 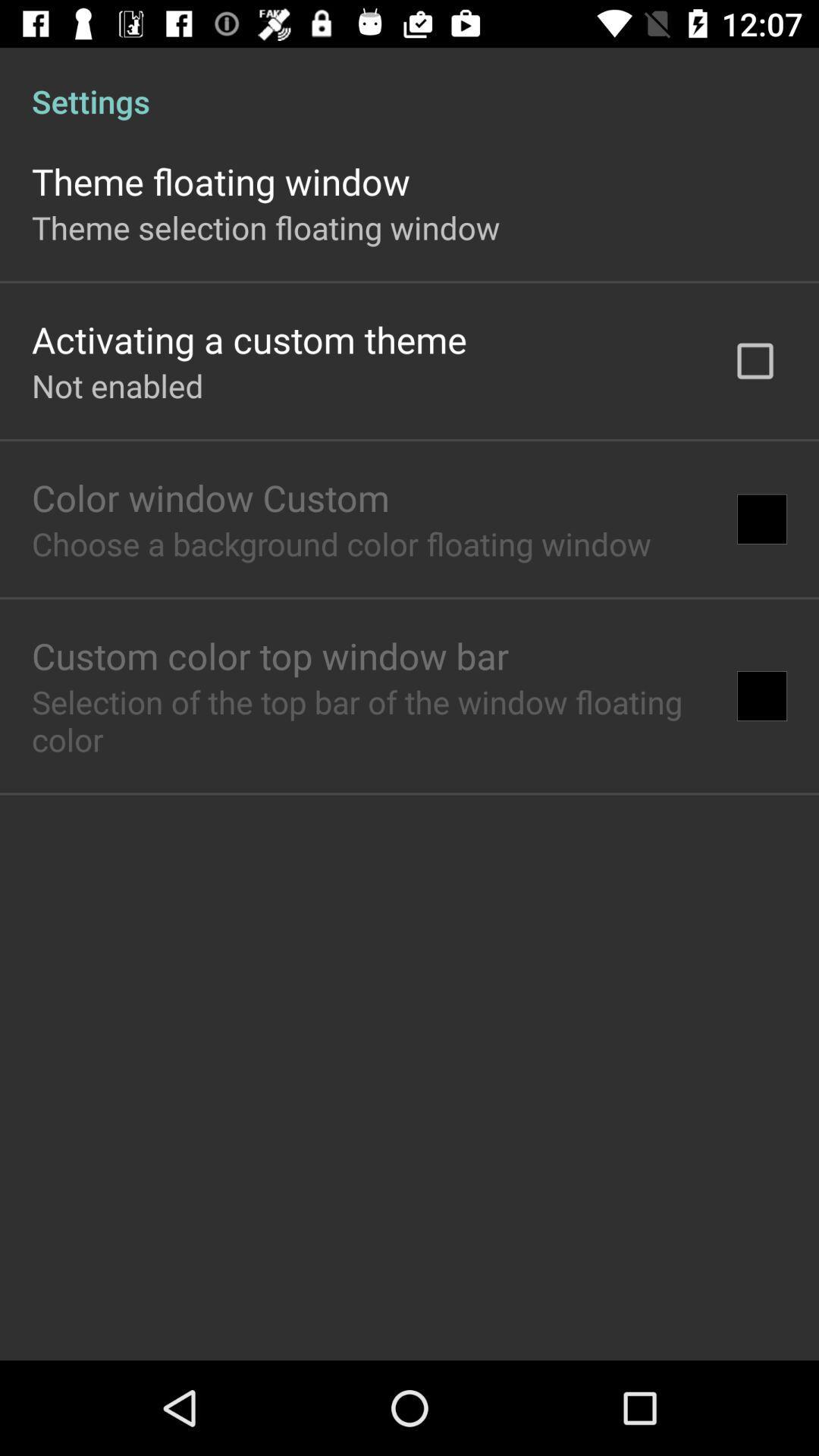 I want to click on the item to the right of activating a custom, so click(x=755, y=360).